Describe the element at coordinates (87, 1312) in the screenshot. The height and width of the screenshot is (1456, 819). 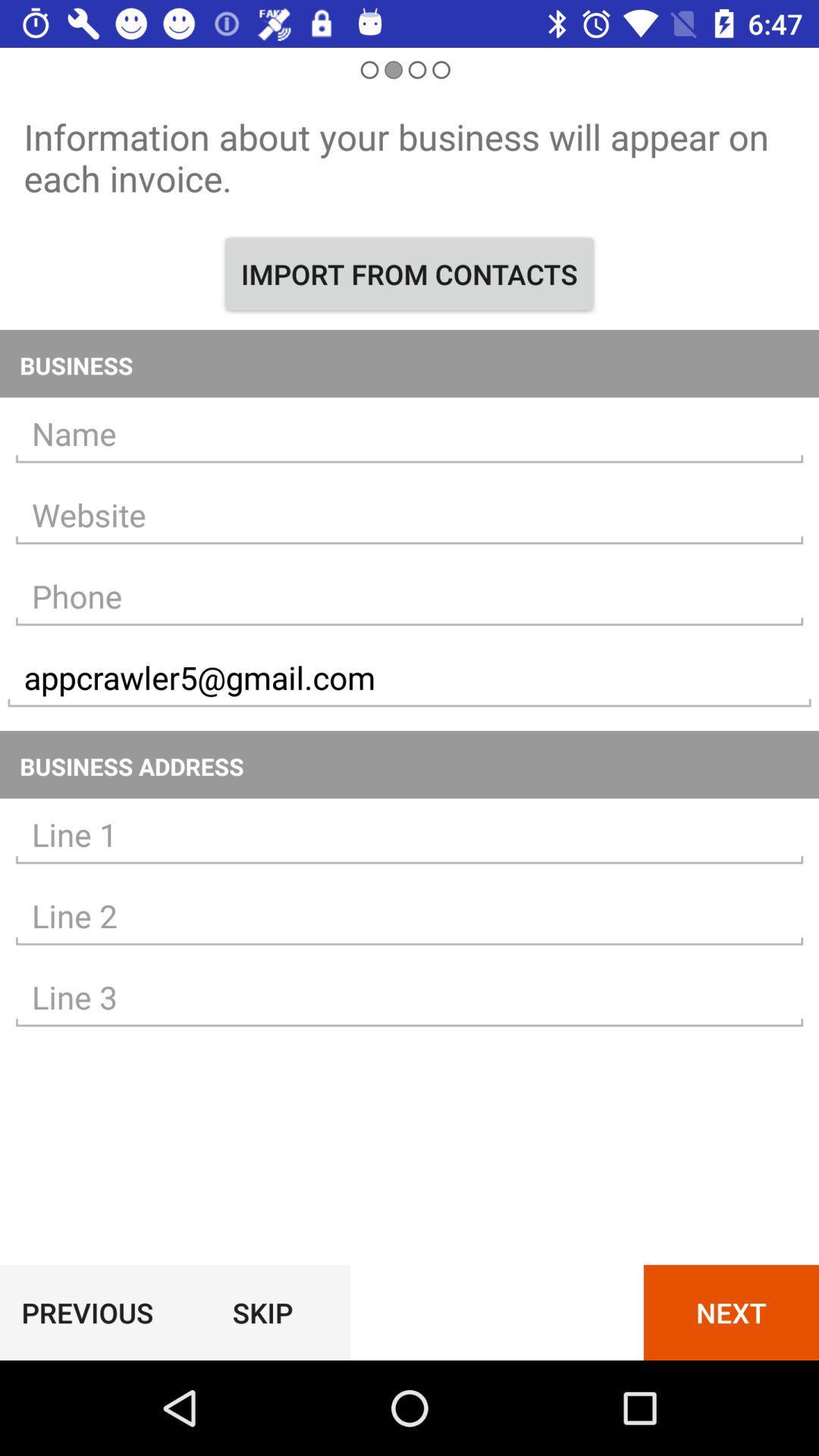
I see `icon next to skip` at that location.